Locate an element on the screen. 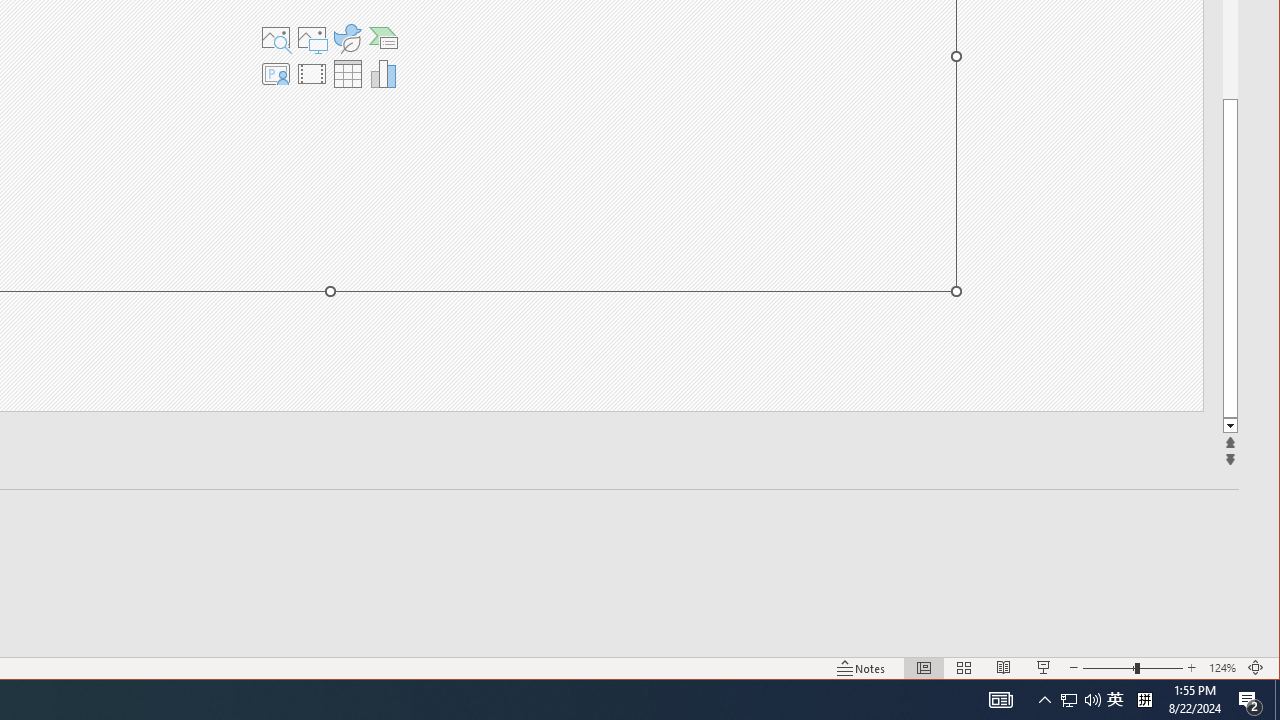  'Zoom 124%' is located at coordinates (1221, 668).